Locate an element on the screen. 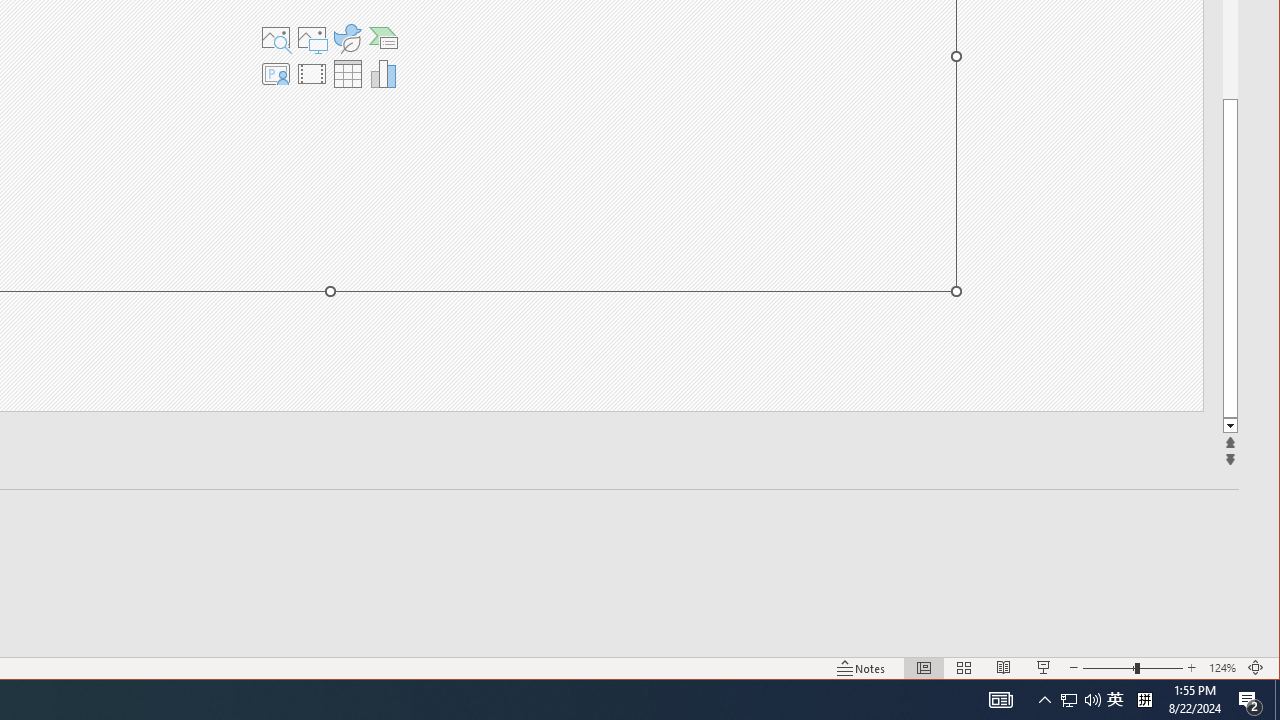  'Zoom 124%' is located at coordinates (1221, 668).